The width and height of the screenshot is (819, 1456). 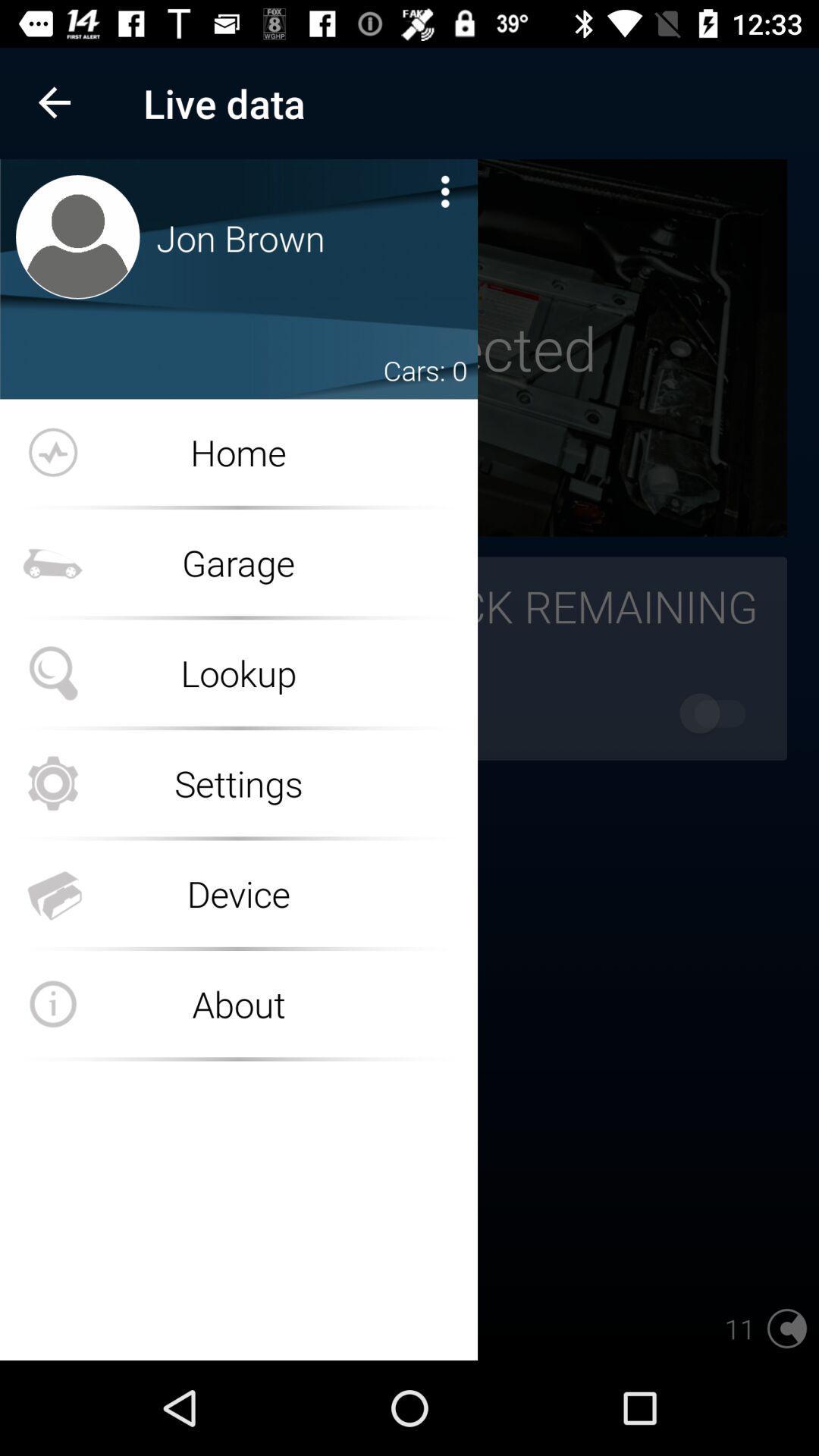 What do you see at coordinates (444, 190) in the screenshot?
I see `the more icon` at bounding box center [444, 190].